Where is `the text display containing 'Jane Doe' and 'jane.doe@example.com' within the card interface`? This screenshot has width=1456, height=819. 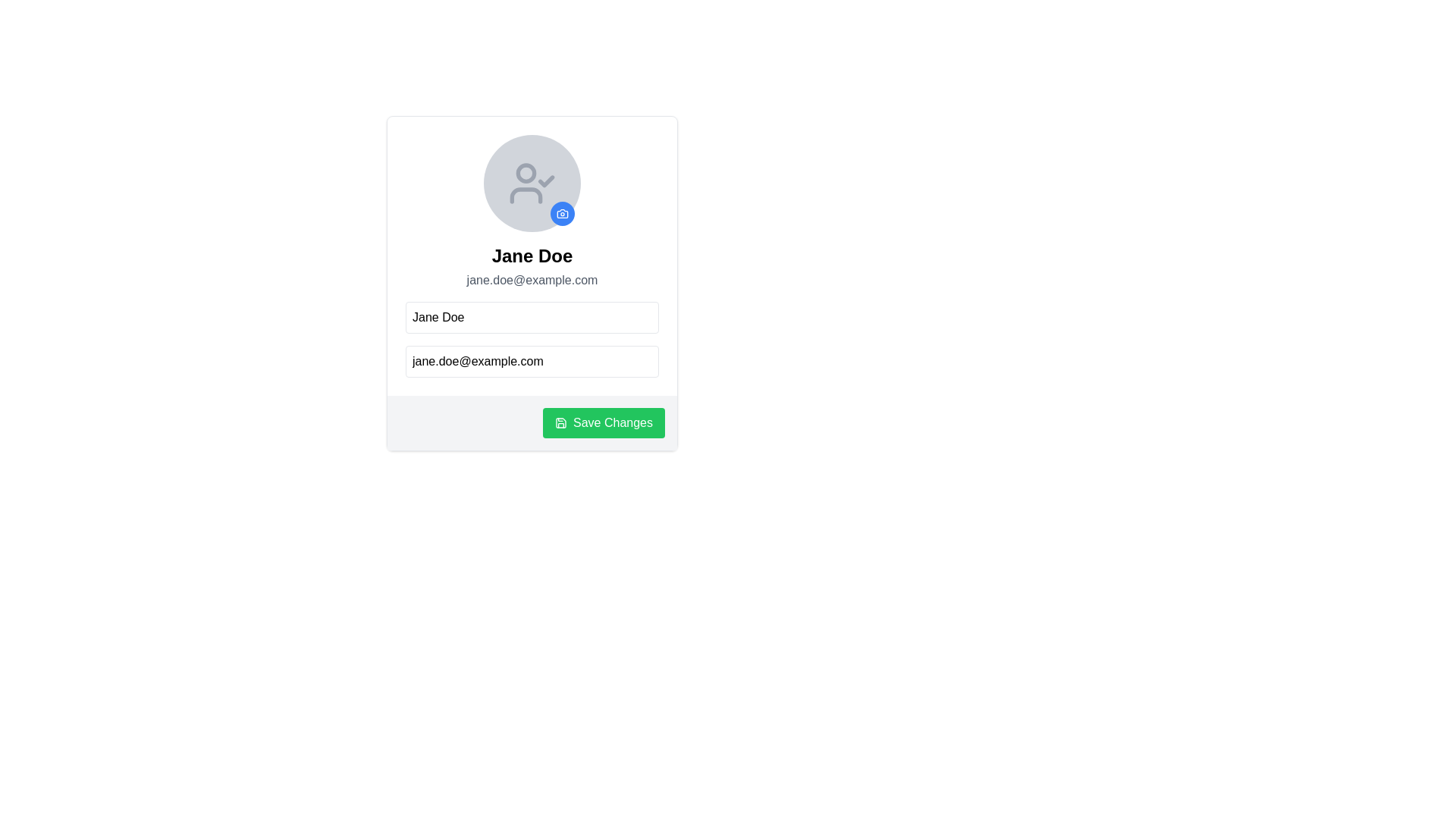 the text display containing 'Jane Doe' and 'jane.doe@example.com' within the card interface is located at coordinates (532, 256).